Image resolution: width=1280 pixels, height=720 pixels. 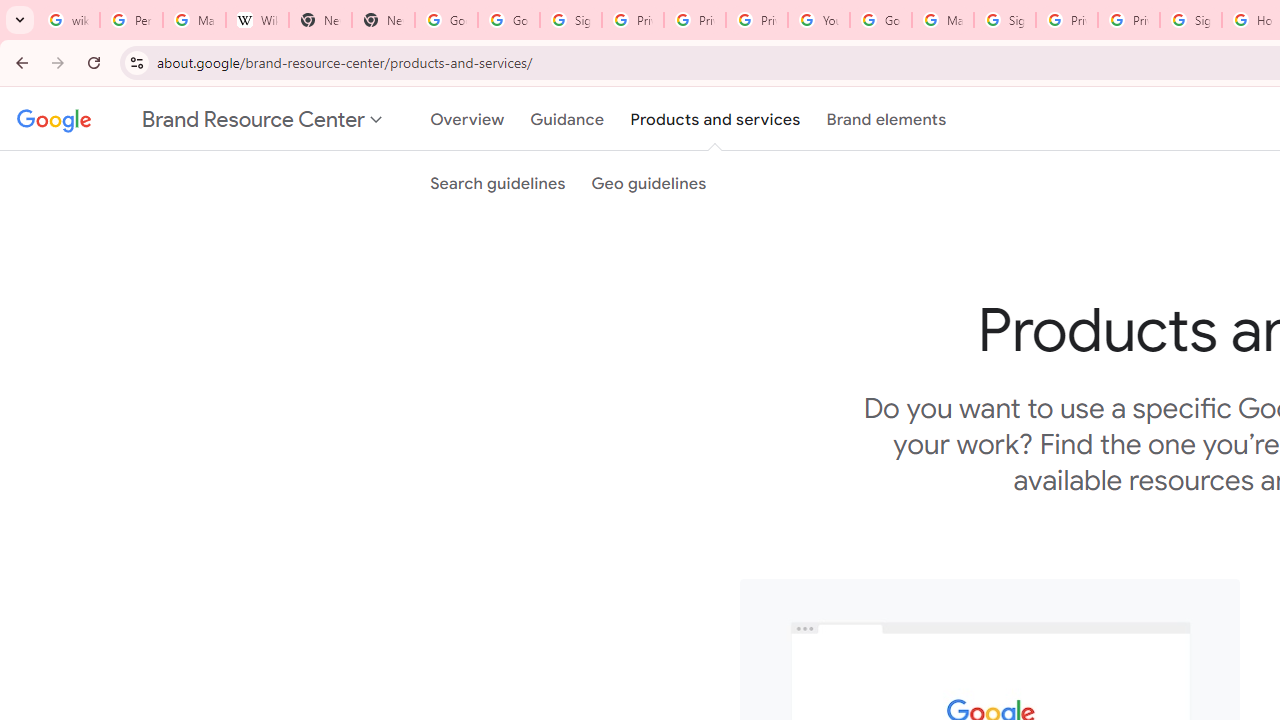 What do you see at coordinates (320, 20) in the screenshot?
I see `'New Tab'` at bounding box center [320, 20].